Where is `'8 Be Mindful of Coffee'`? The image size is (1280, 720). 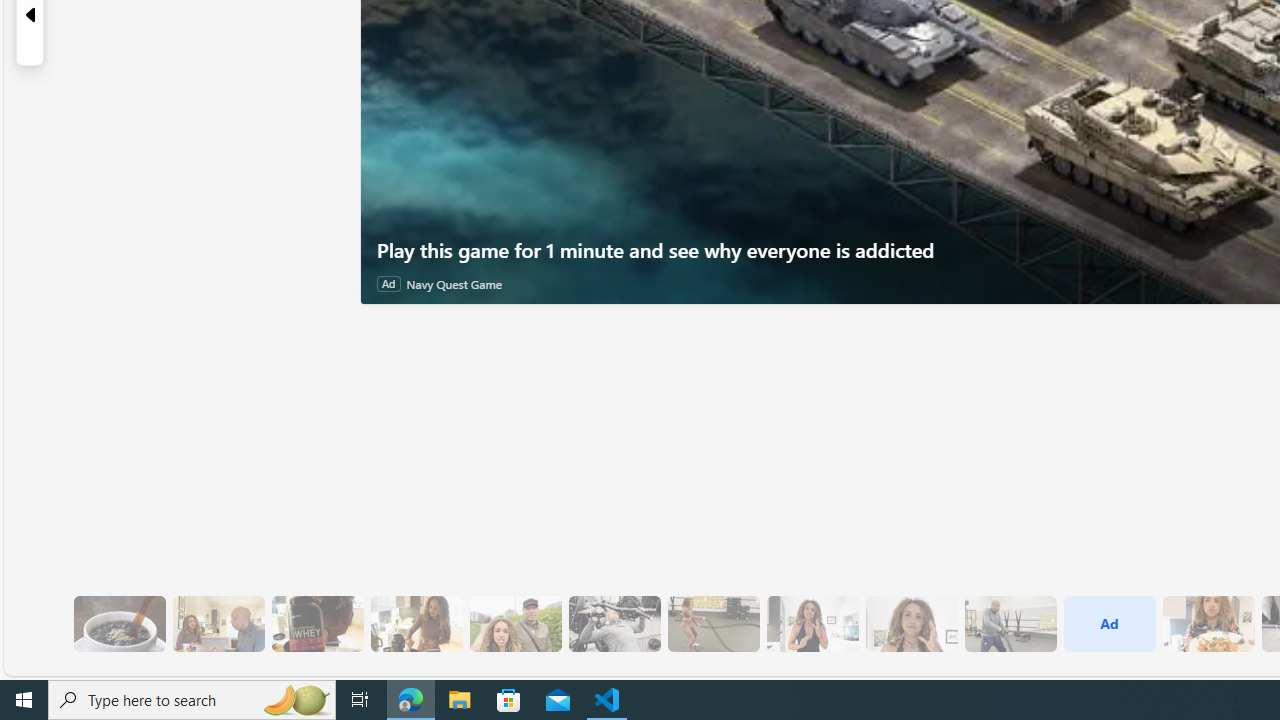 '8 Be Mindful of Coffee' is located at coordinates (118, 623).